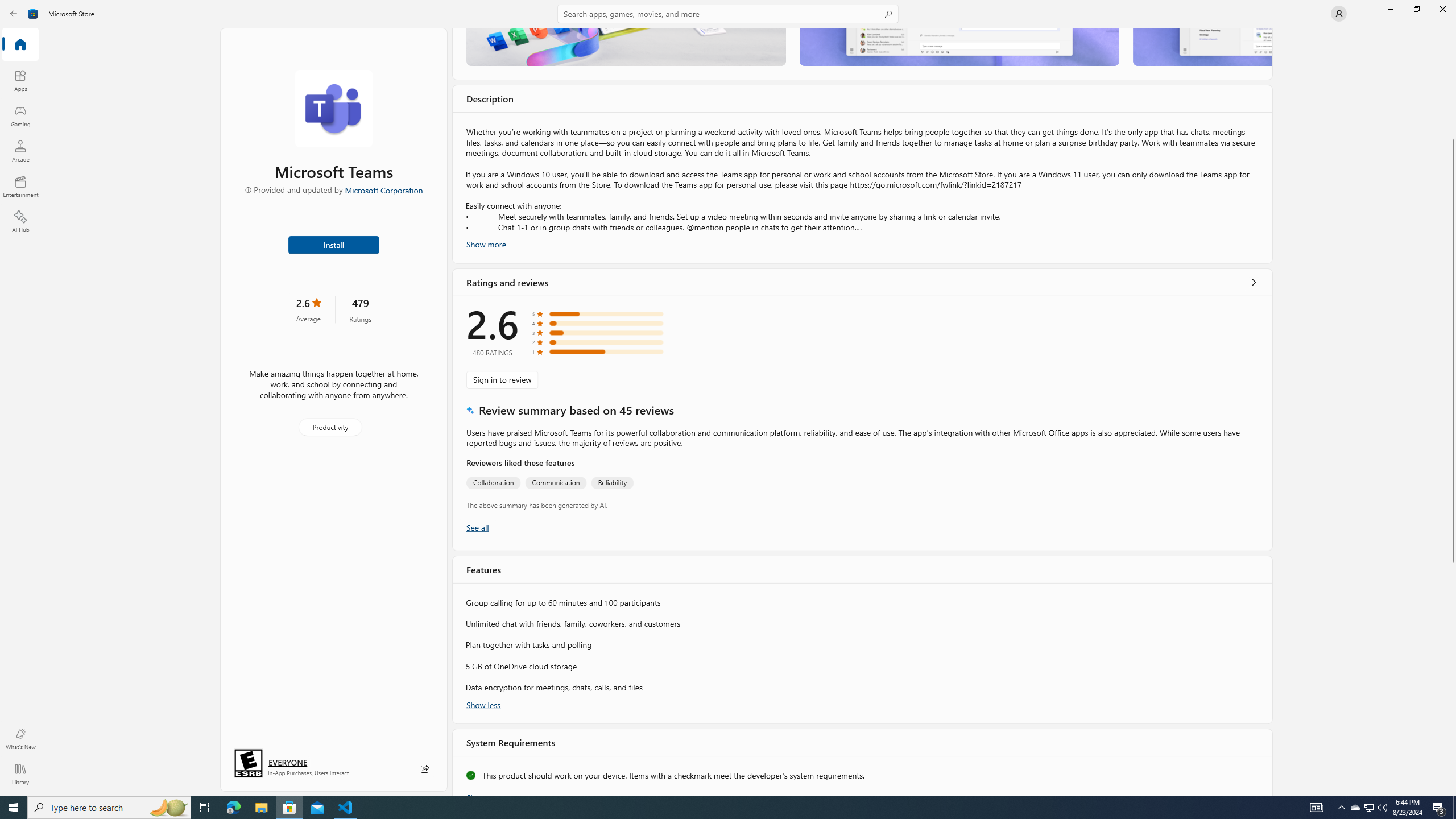 The width and height of the screenshot is (1456, 819). I want to click on 'Arcade', so click(19, 150).